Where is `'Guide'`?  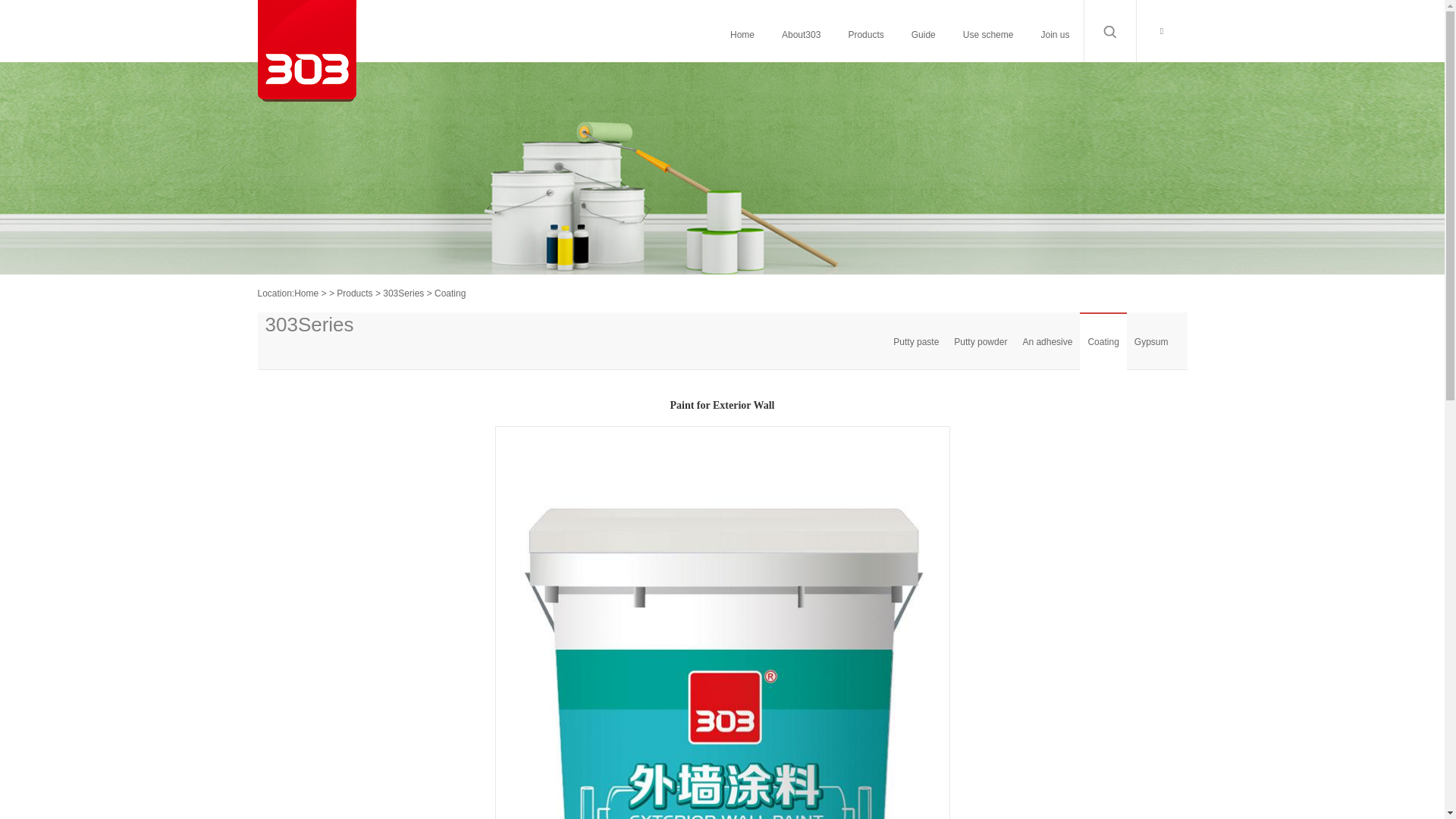
'Guide' is located at coordinates (923, 34).